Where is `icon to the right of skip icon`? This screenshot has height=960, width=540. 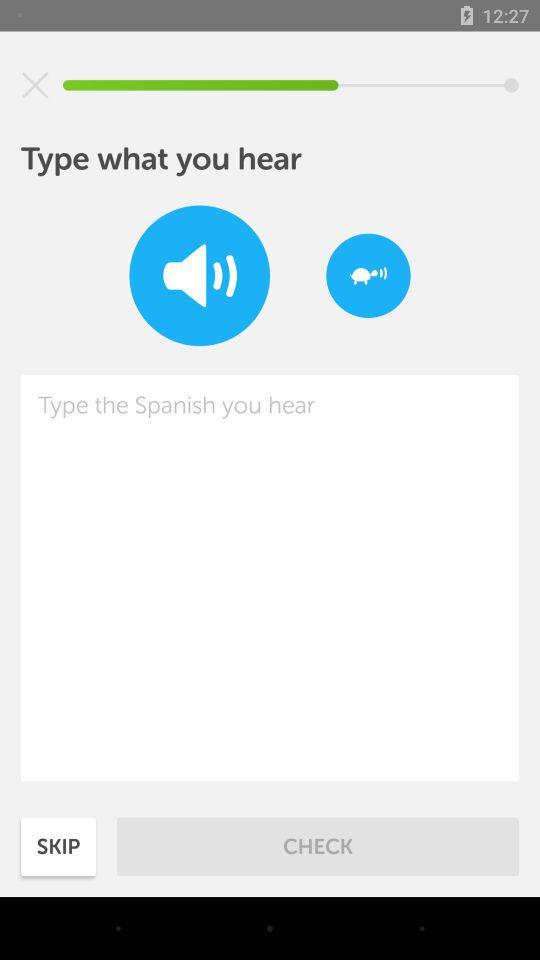
icon to the right of skip icon is located at coordinates (318, 845).